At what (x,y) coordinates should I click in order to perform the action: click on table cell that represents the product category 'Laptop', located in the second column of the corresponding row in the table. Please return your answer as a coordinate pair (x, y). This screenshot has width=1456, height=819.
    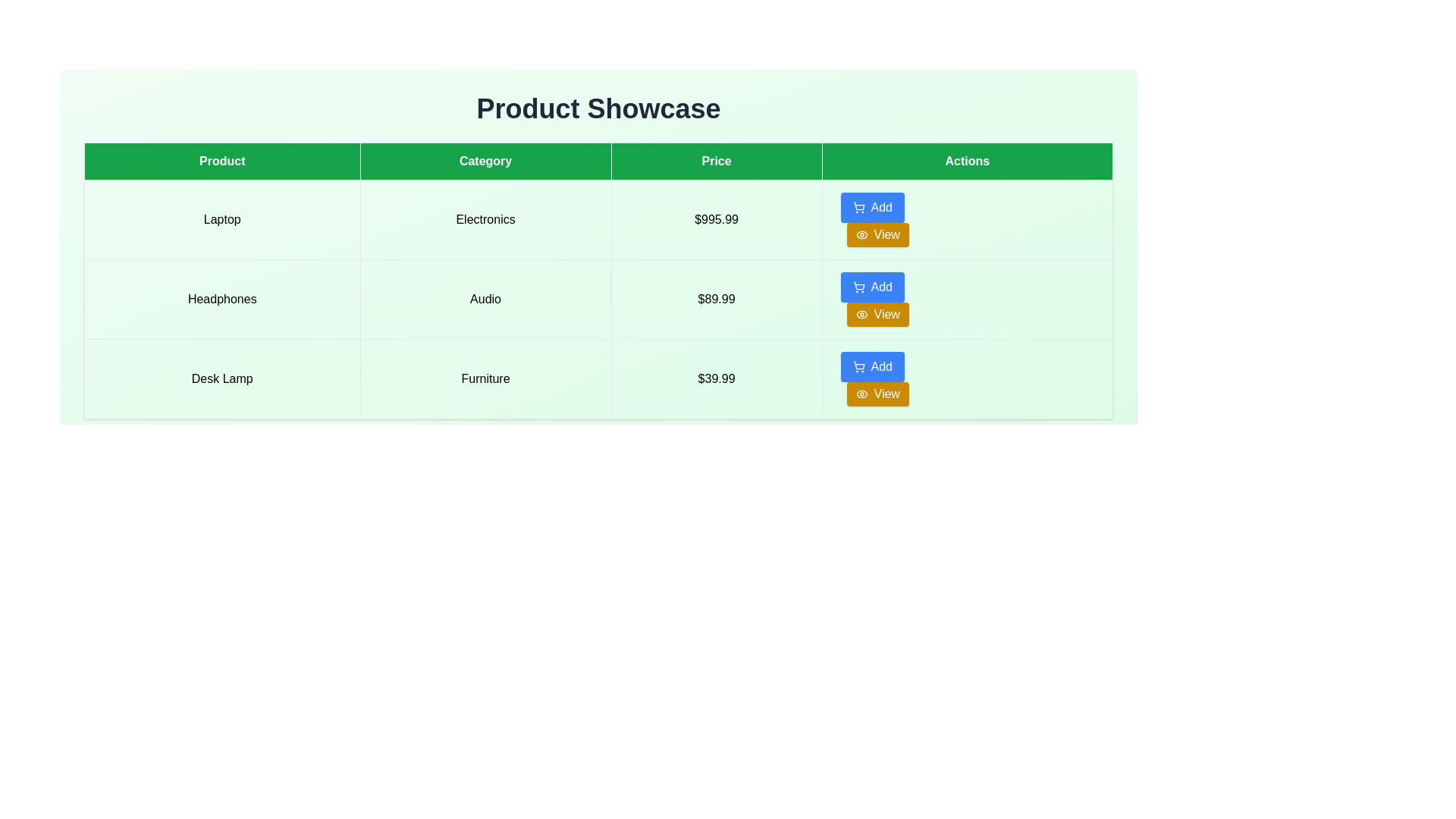
    Looking at the image, I should click on (485, 219).